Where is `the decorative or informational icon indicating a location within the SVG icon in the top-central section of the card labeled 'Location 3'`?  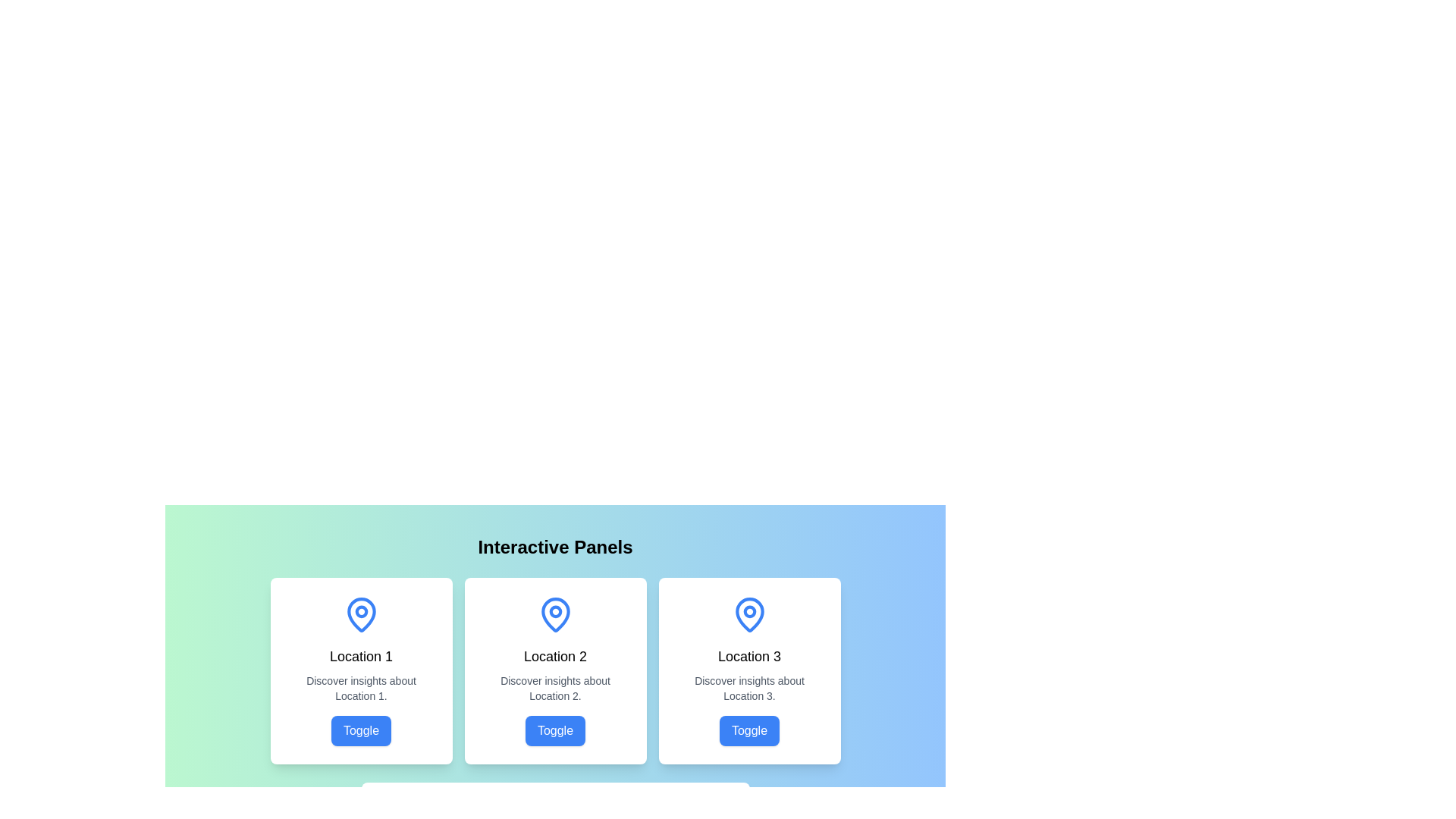 the decorative or informational icon indicating a location within the SVG icon in the top-central section of the card labeled 'Location 3' is located at coordinates (749, 614).